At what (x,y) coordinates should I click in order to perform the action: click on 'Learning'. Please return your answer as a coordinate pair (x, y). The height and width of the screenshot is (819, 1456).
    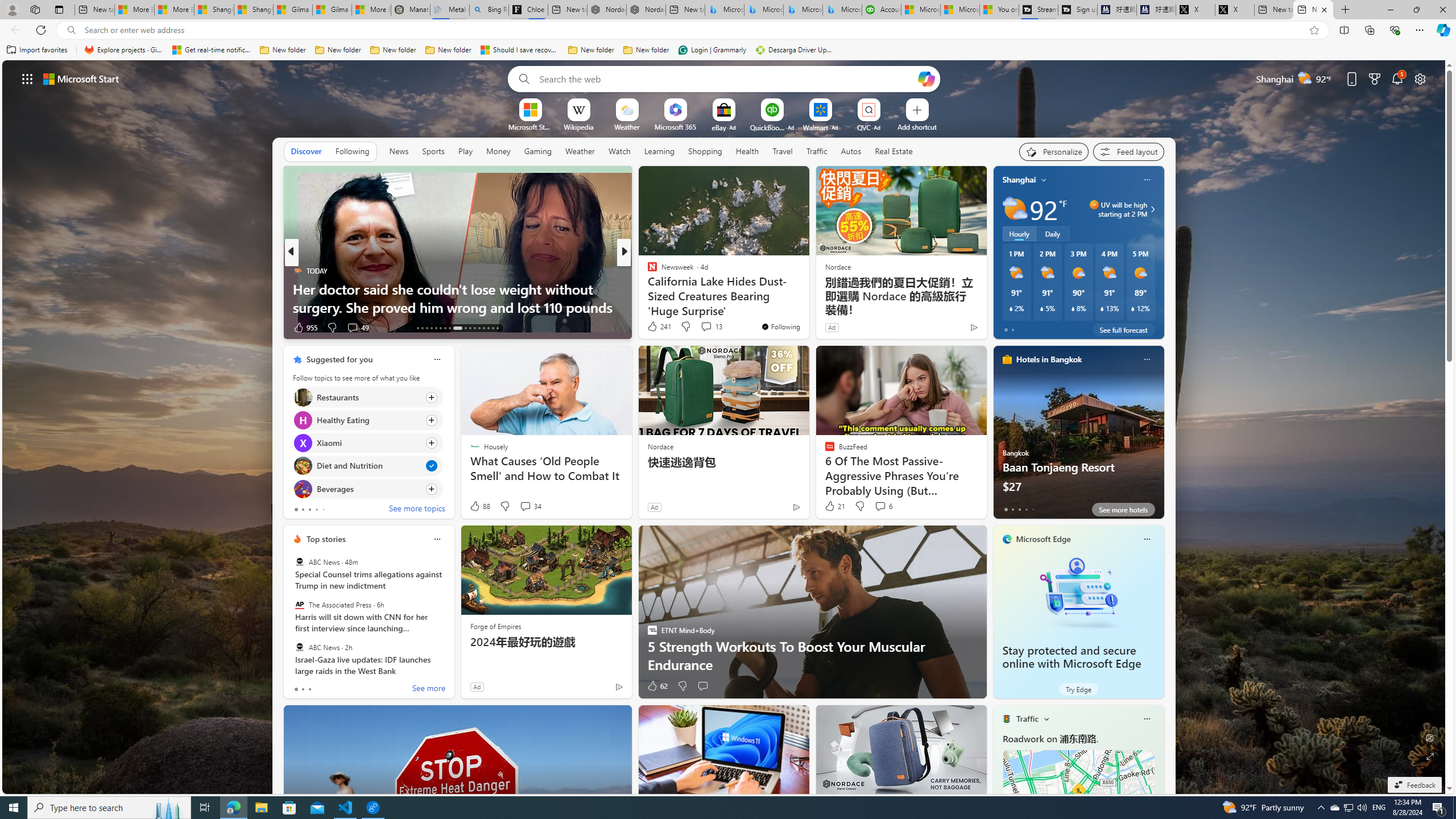
    Looking at the image, I should click on (658, 150).